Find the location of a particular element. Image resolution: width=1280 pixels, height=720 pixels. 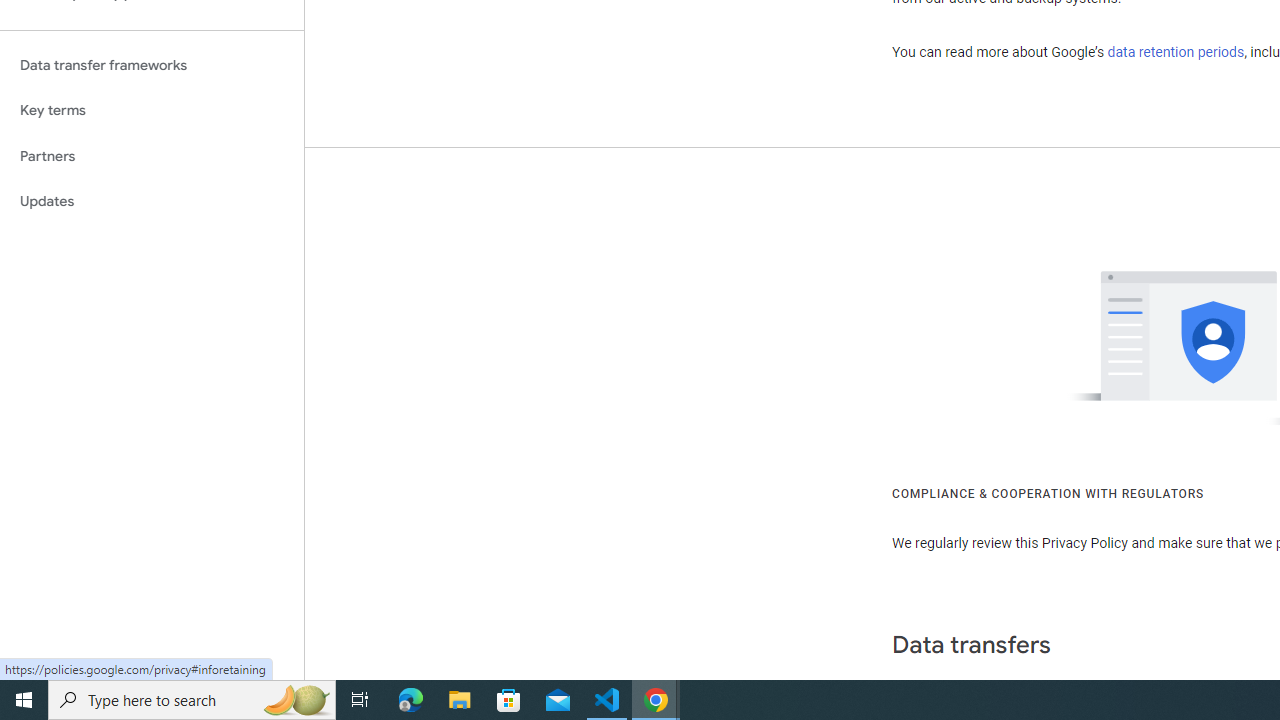

'Partners' is located at coordinates (151, 155).